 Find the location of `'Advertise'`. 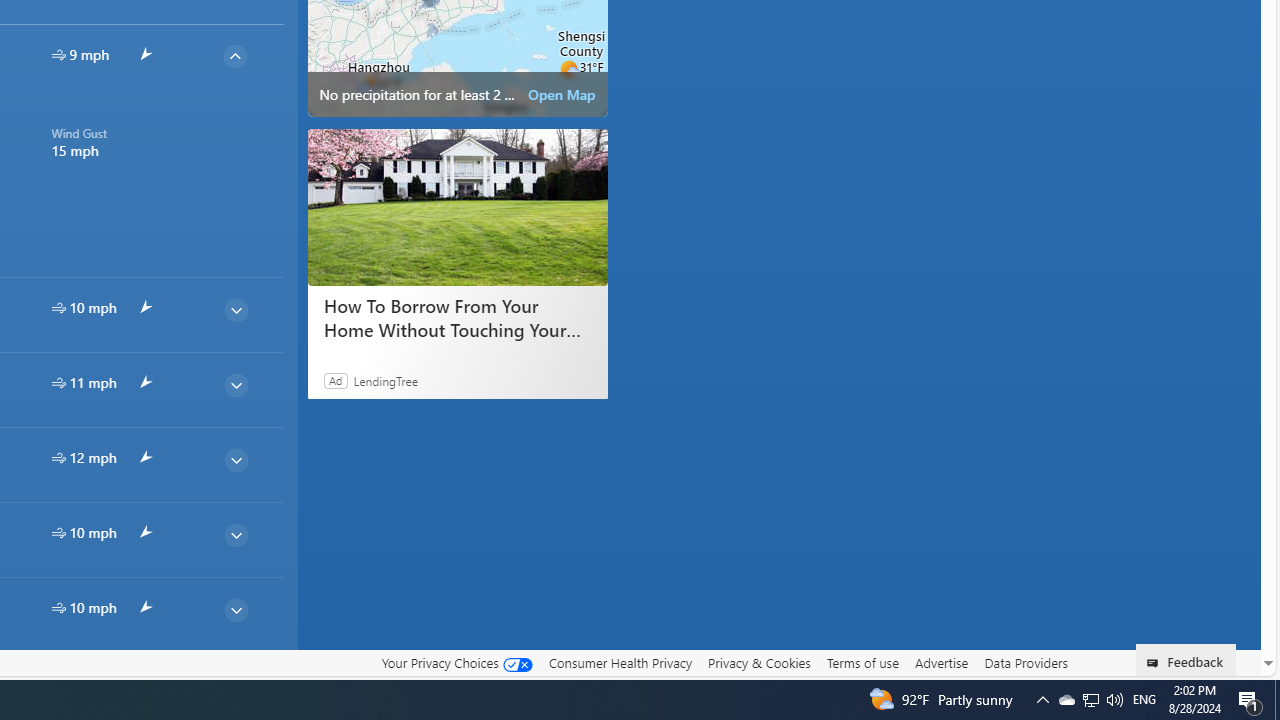

'Advertise' is located at coordinates (940, 663).